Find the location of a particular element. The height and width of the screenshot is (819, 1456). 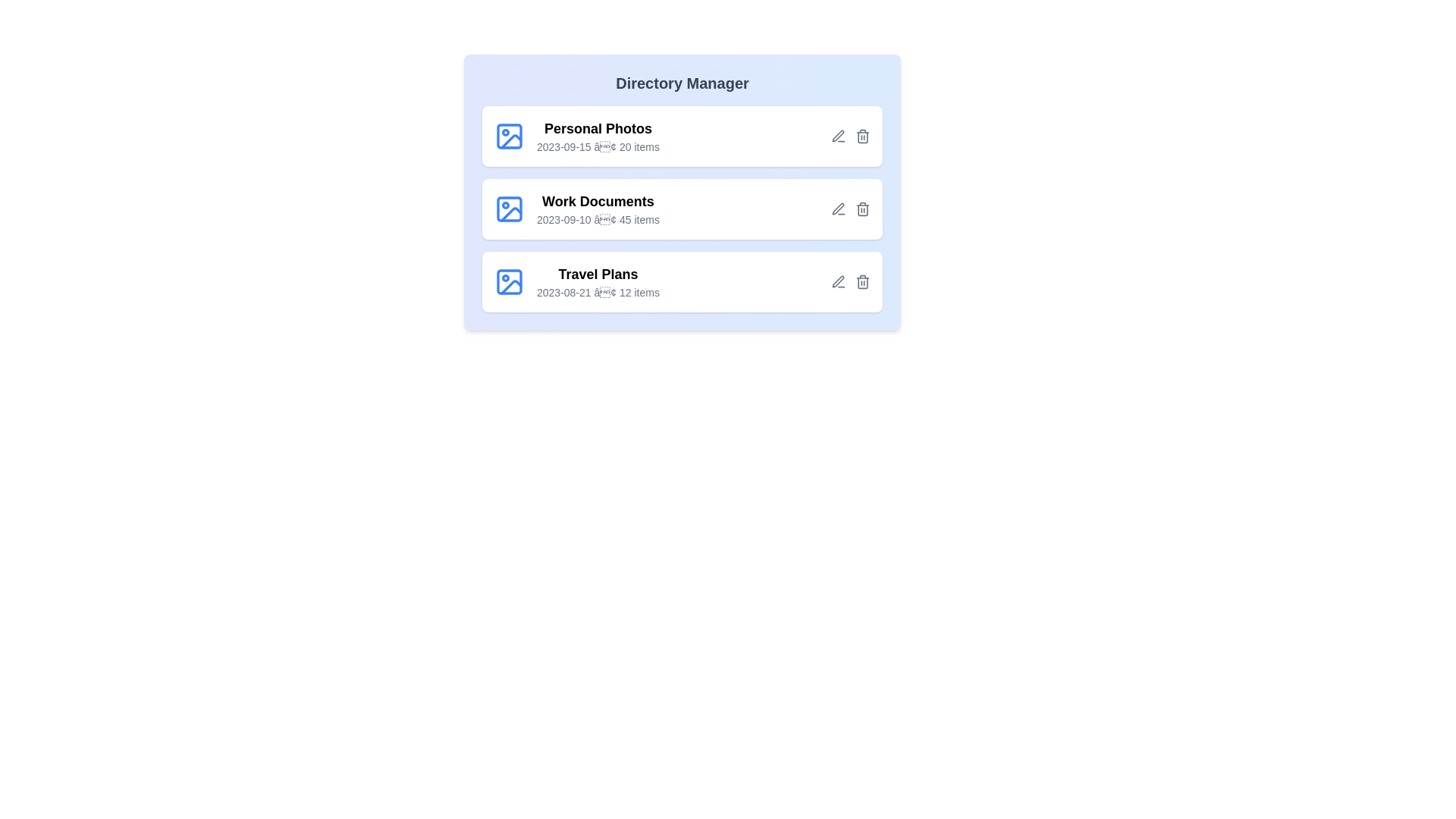

the edit icon for the directory Personal Photos is located at coordinates (837, 136).